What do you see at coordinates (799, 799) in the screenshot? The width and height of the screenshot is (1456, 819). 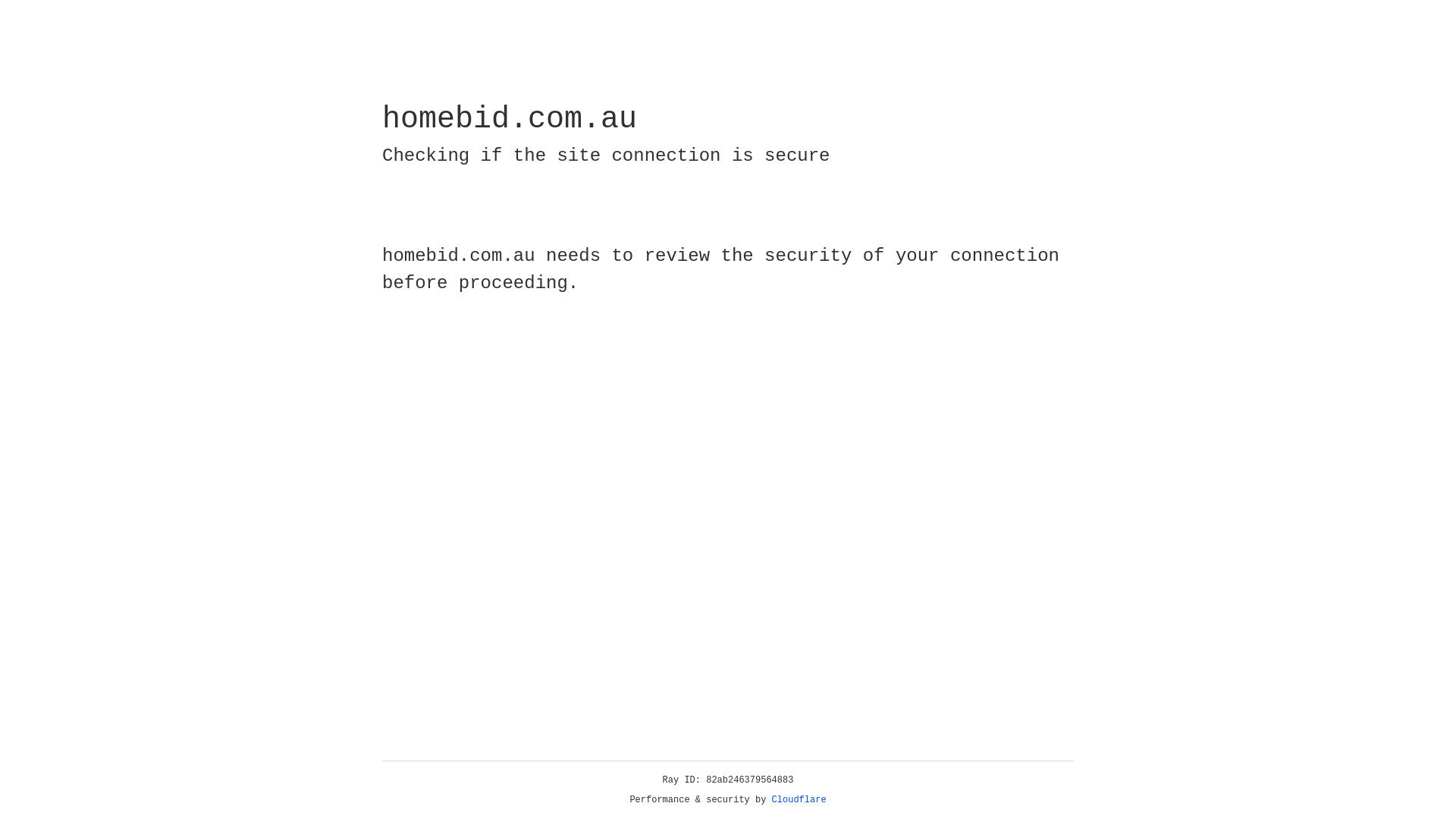 I see `'Cloudflare'` at bounding box center [799, 799].